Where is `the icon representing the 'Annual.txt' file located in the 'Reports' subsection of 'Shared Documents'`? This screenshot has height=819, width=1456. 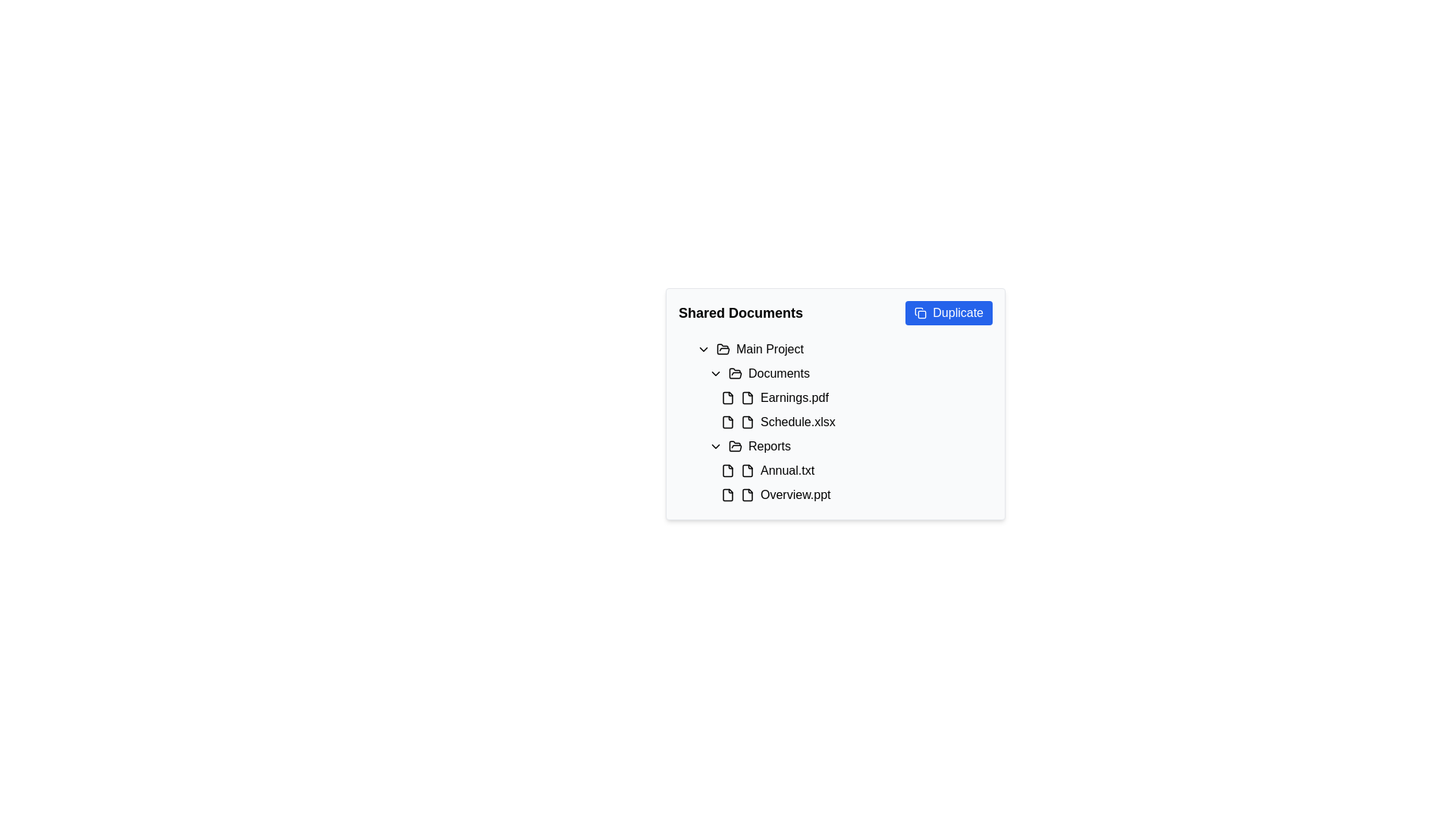
the icon representing the 'Annual.txt' file located in the 'Reports' subsection of 'Shared Documents' is located at coordinates (728, 470).